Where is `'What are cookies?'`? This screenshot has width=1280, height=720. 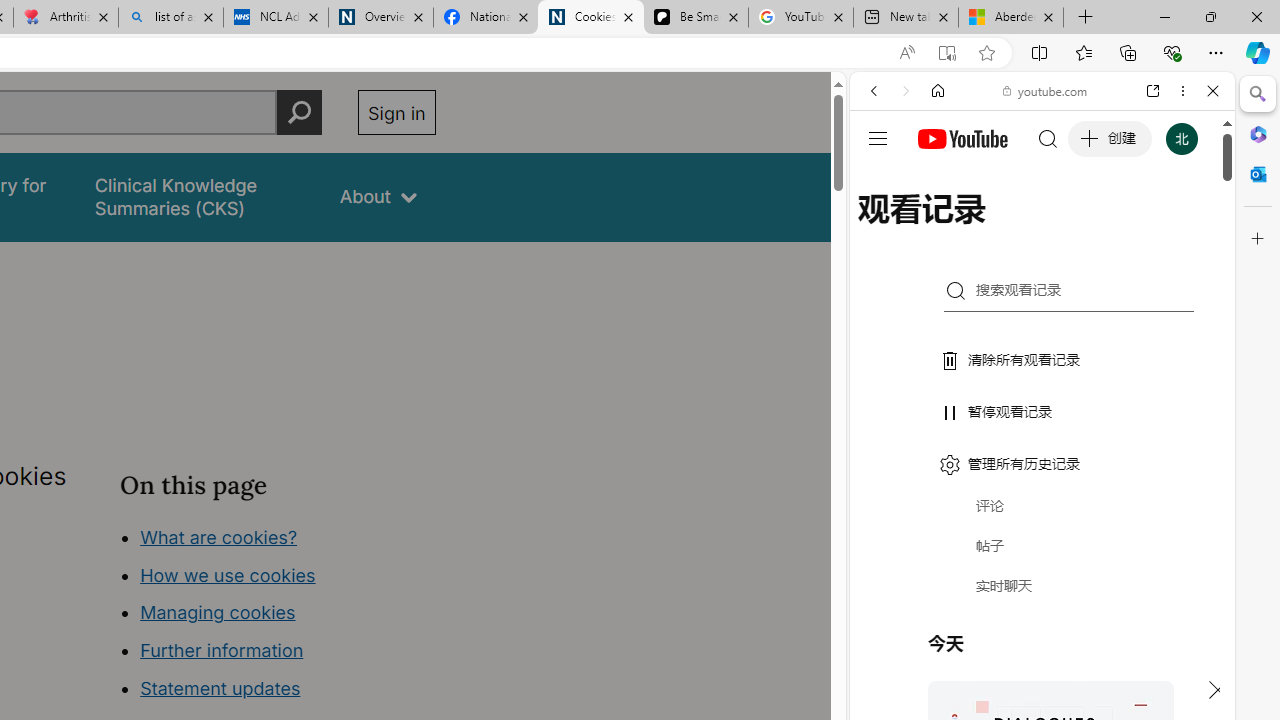 'What are cookies?' is located at coordinates (218, 536).